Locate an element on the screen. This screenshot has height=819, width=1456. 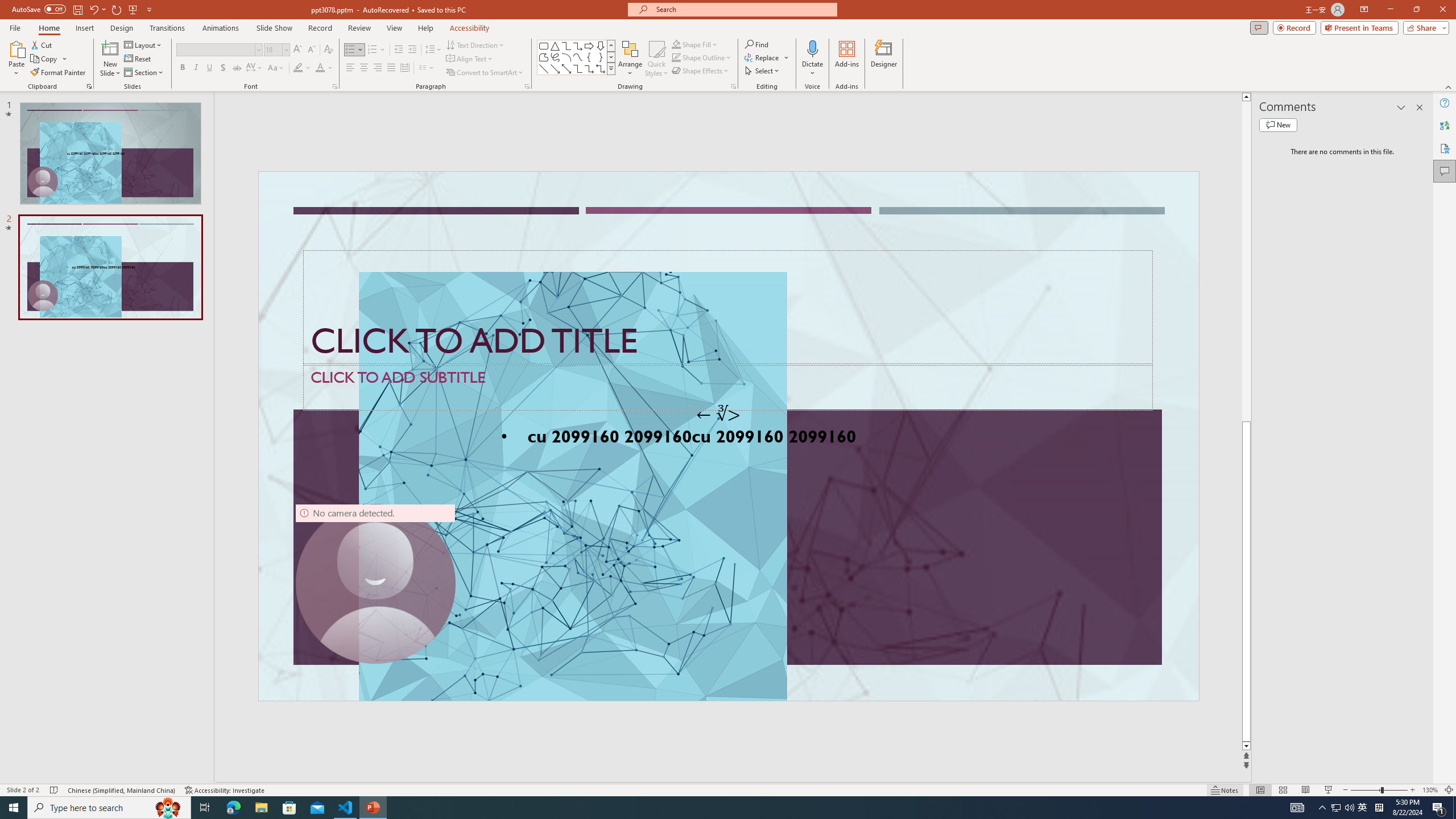
'TextBox 7' is located at coordinates (718, 413).